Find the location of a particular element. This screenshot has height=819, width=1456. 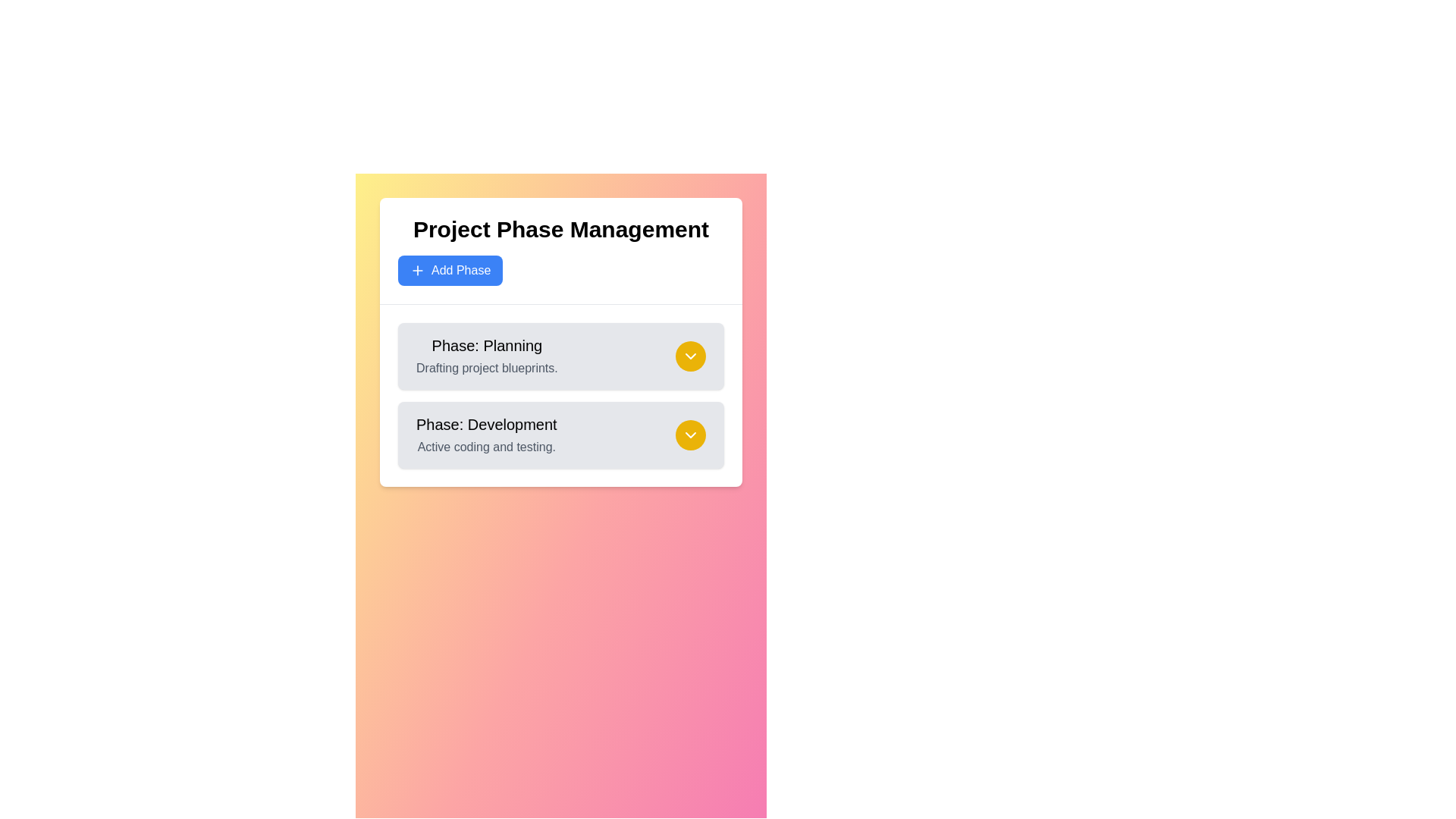

the icon located inside the blue 'Add Phase' button is located at coordinates (418, 270).